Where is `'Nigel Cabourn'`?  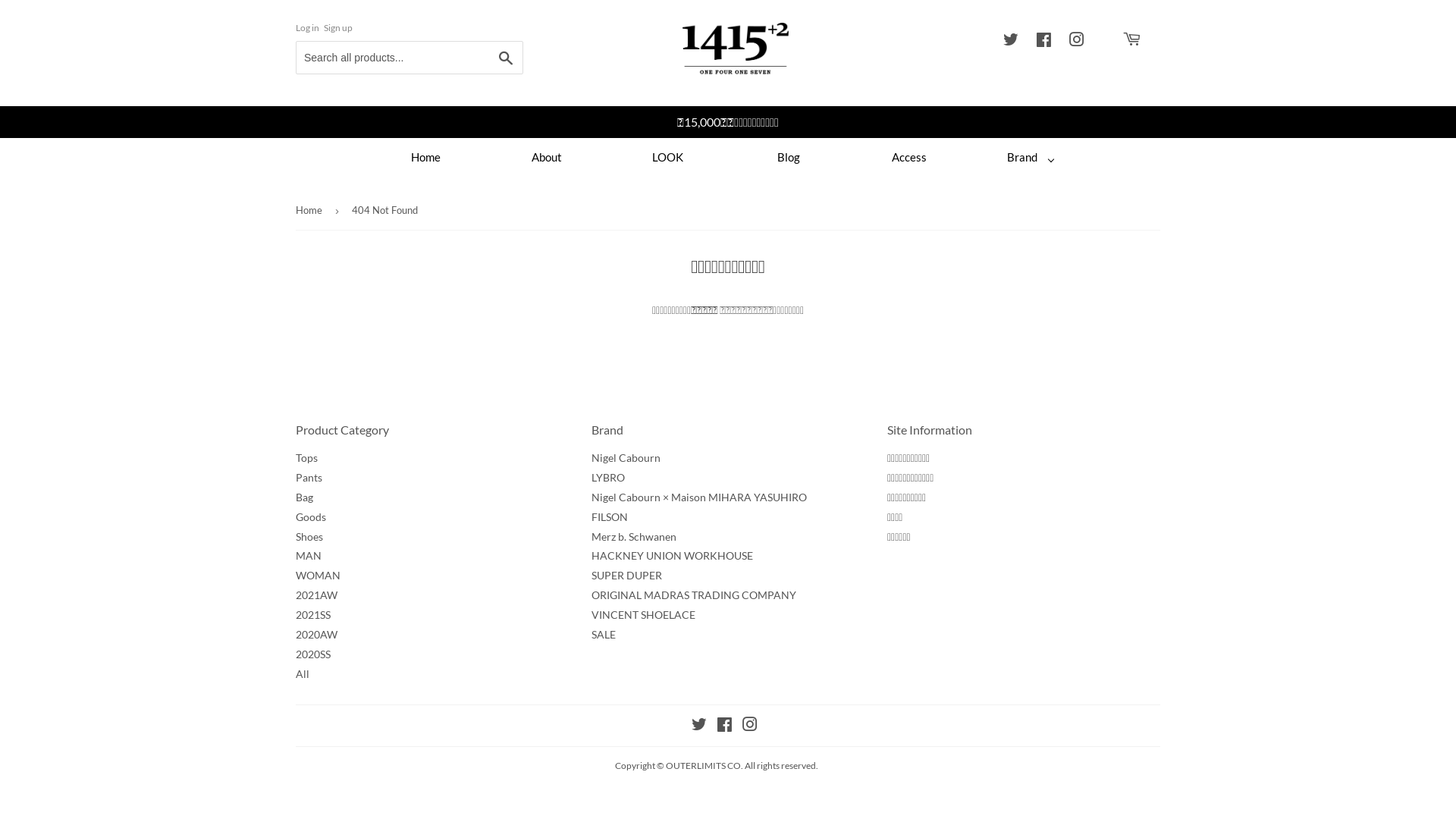 'Nigel Cabourn' is located at coordinates (626, 457).